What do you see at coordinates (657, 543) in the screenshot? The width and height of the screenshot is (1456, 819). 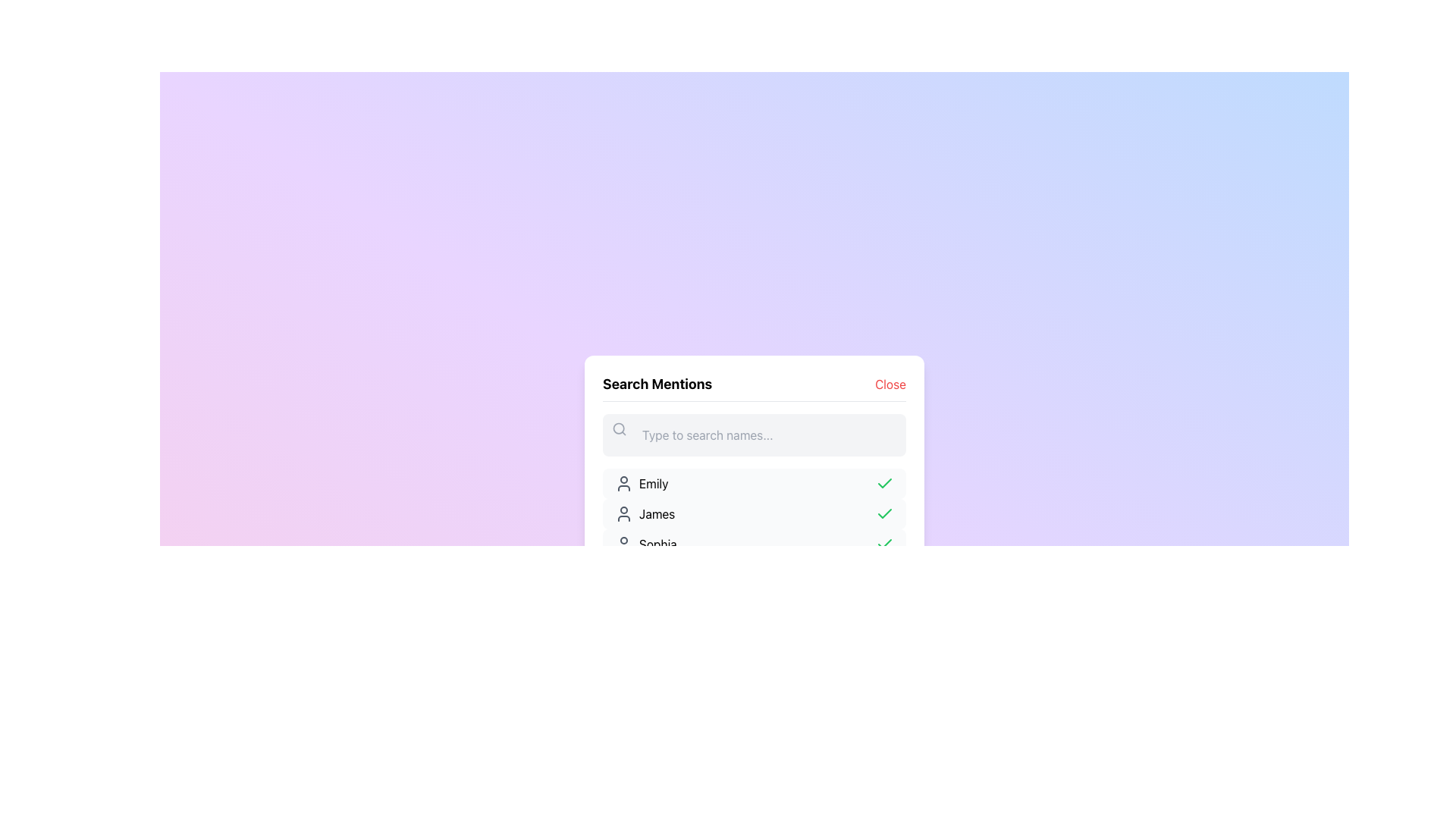 I see `the text label displaying the name 'Sophia' located in the third row of the search result list` at bounding box center [657, 543].